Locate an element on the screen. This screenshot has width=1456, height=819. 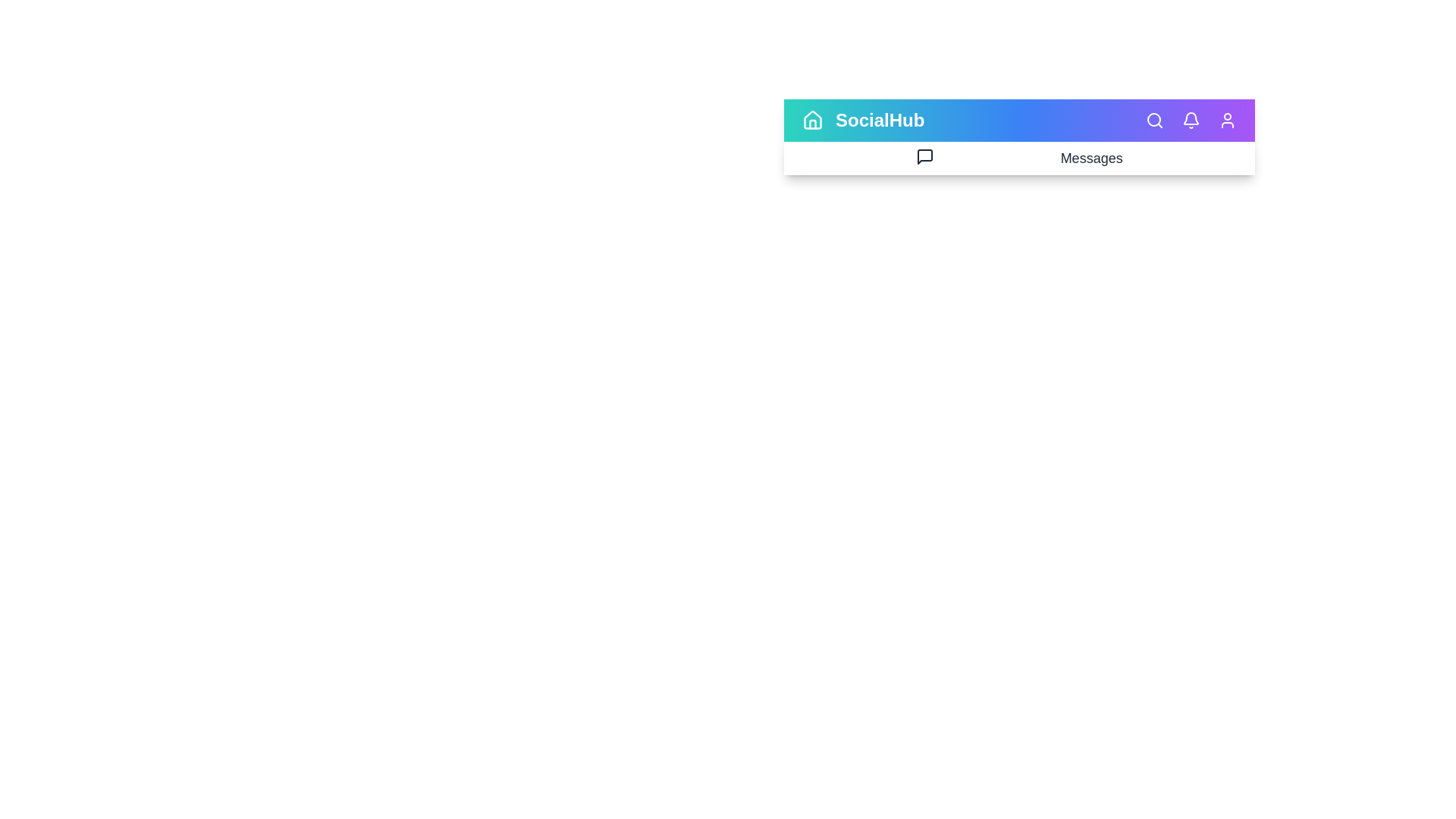
the home icon to navigate to the home page is located at coordinates (811, 119).